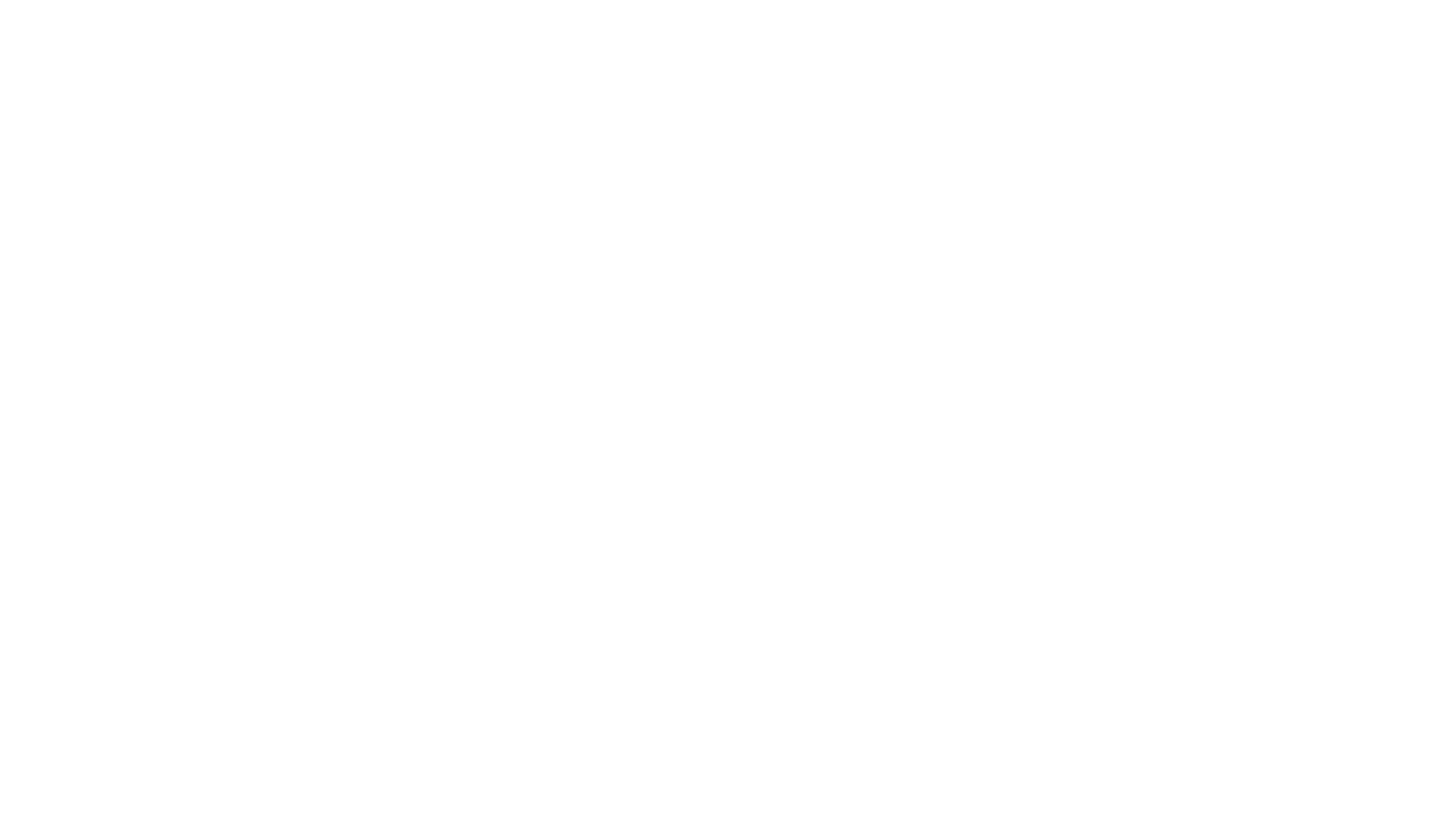 This screenshot has height=833, width=1456. What do you see at coordinates (1300, 812) in the screenshot?
I see `'TWK'` at bounding box center [1300, 812].